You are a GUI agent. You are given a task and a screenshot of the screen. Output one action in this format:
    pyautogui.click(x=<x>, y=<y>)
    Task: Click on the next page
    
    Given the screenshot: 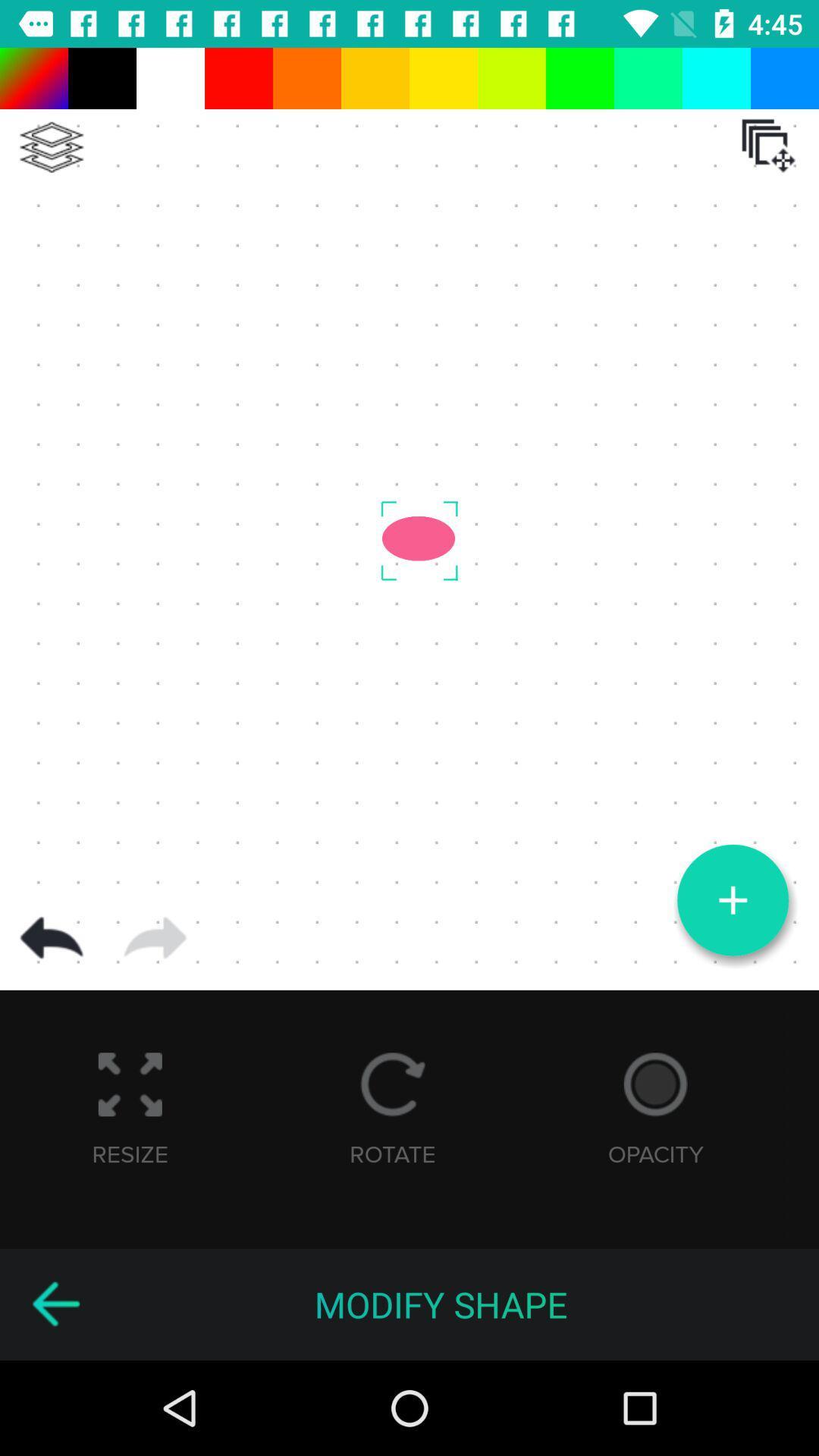 What is the action you would take?
    pyautogui.click(x=155, y=937)
    